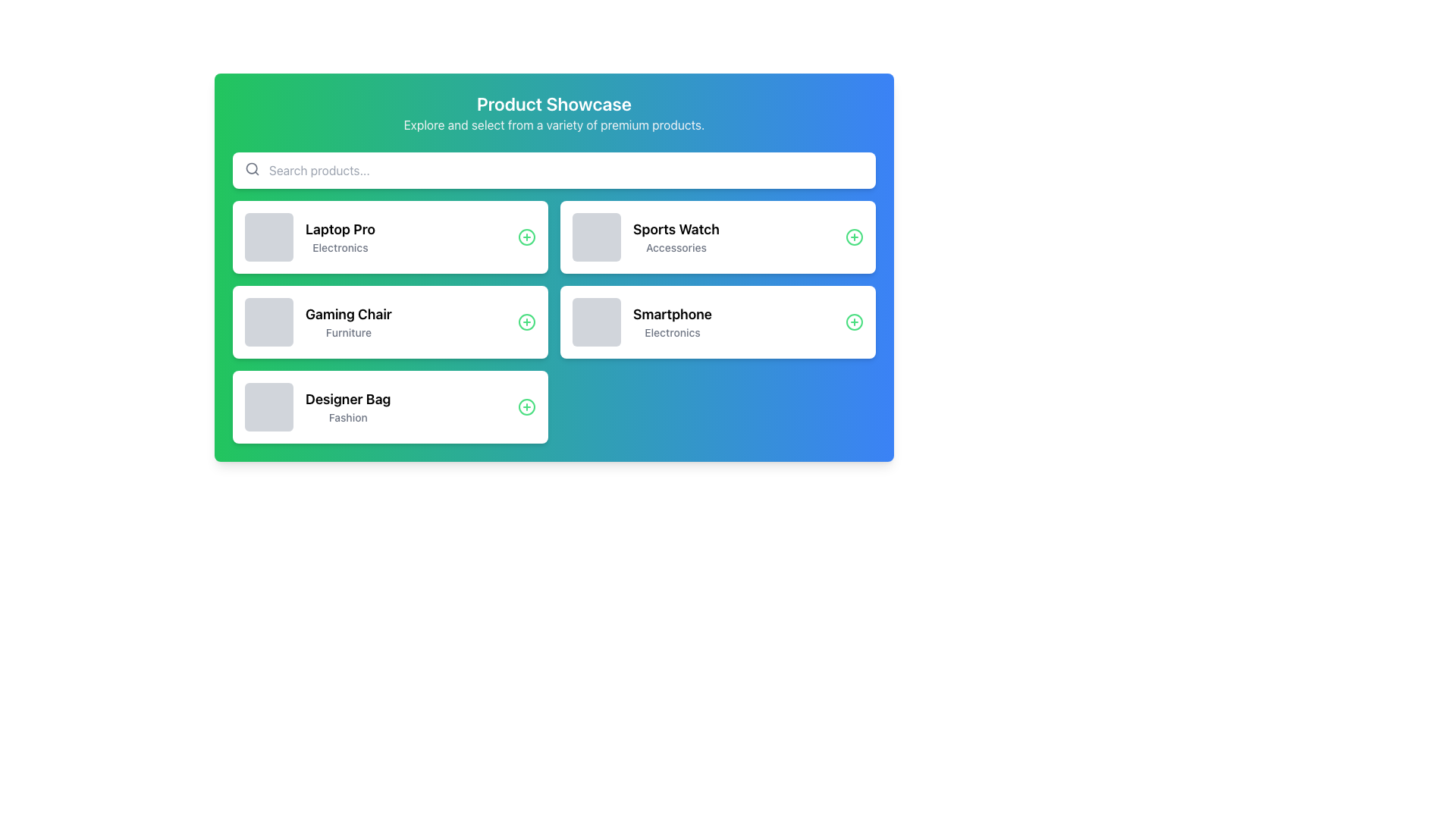 Image resolution: width=1456 pixels, height=819 pixels. What do you see at coordinates (596, 321) in the screenshot?
I see `the image placeholder representing 'Smartphone' located in the third column and second row of the product display grid` at bounding box center [596, 321].